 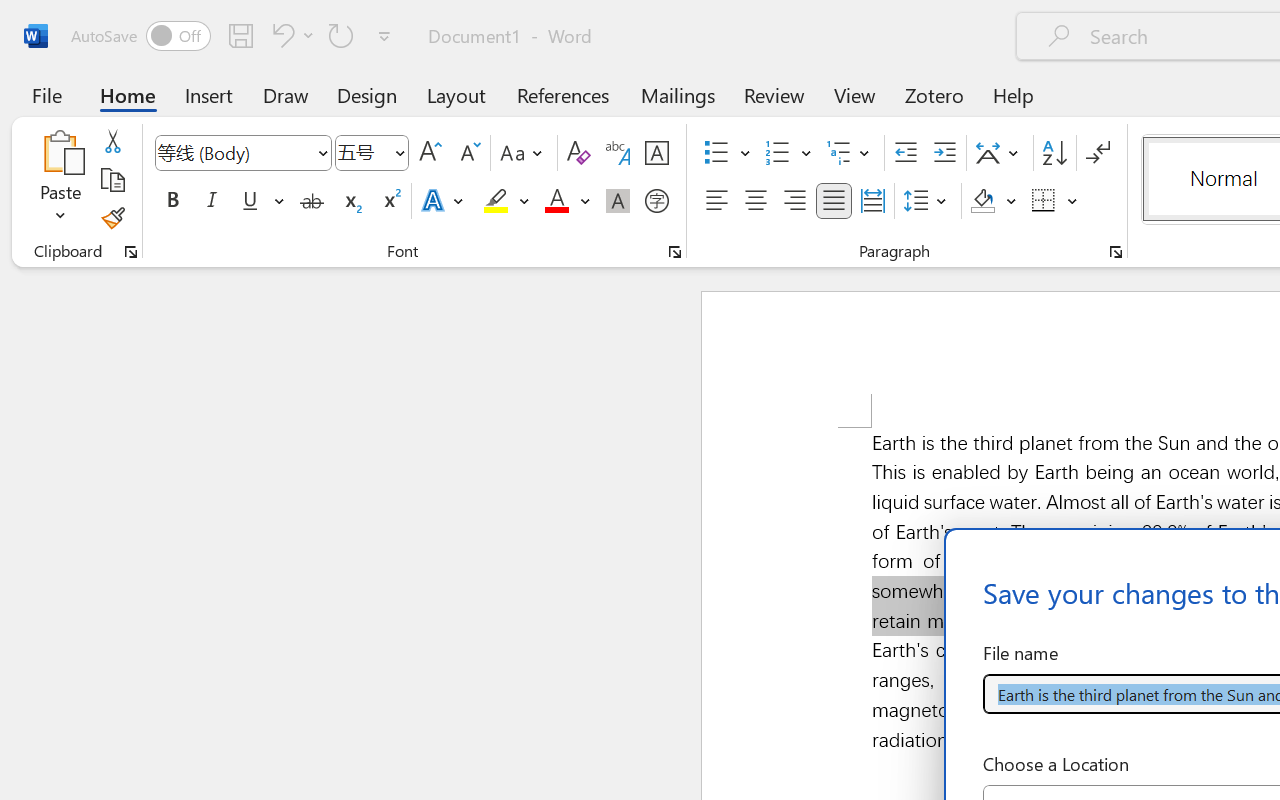 I want to click on 'Grow Font', so click(x=429, y=153).